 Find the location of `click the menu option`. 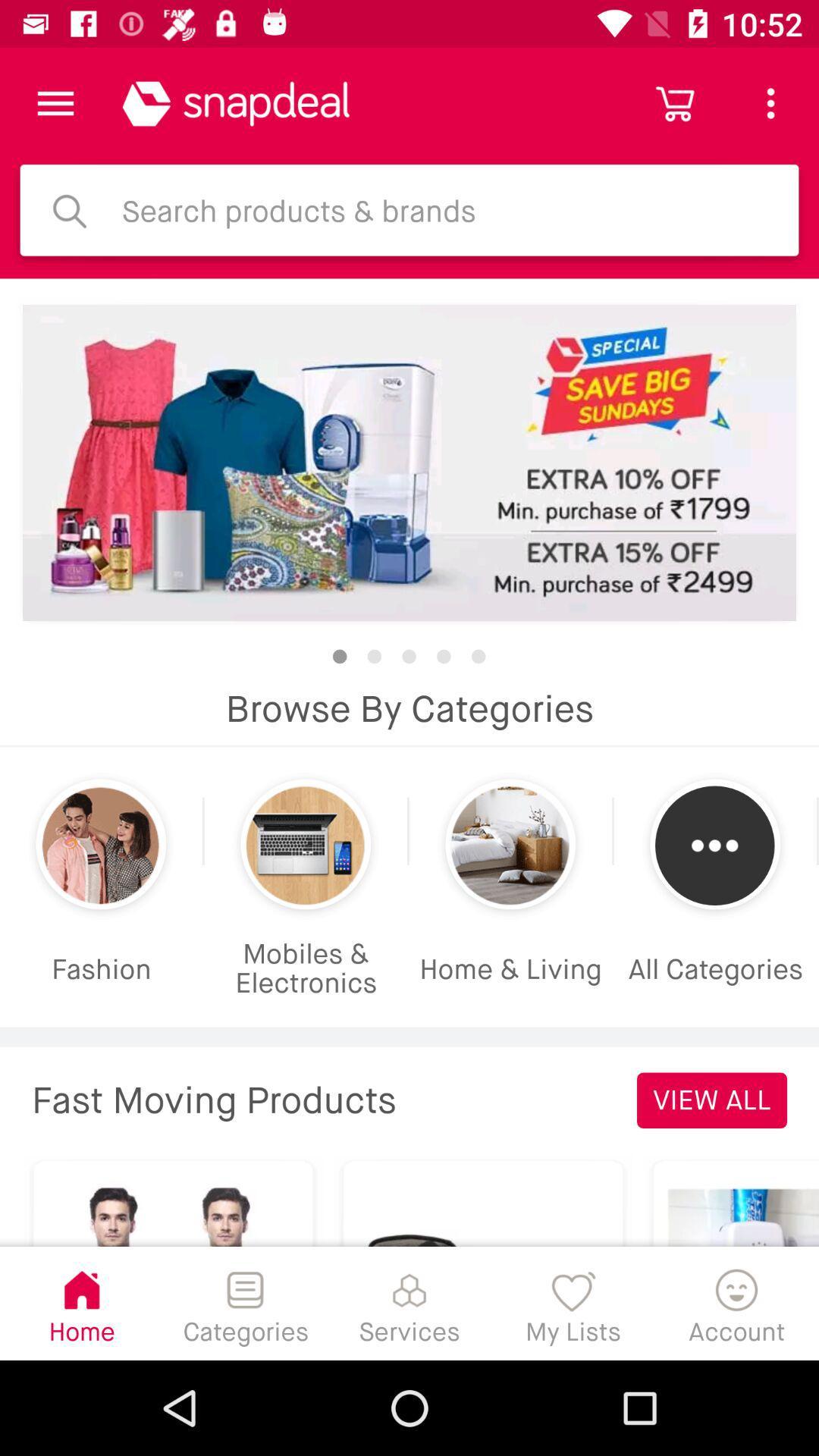

click the menu option is located at coordinates (55, 102).